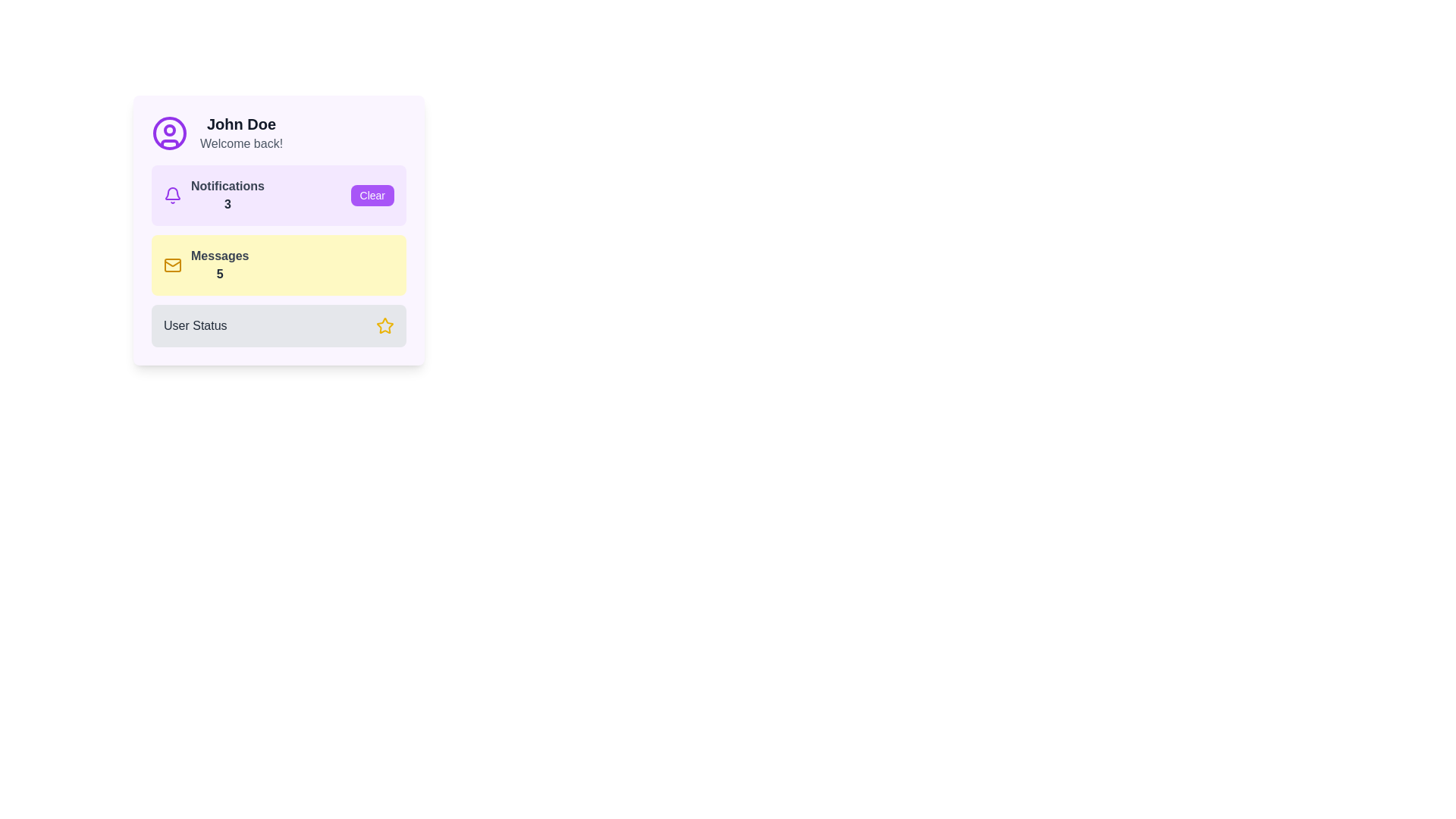 The width and height of the screenshot is (1456, 819). What do you see at coordinates (172, 262) in the screenshot?
I see `the decorative line forming the bottom edge of the envelope symbol, which is associated with email or messaging, located next to the 'Messages 5' label in a card-like section` at bounding box center [172, 262].